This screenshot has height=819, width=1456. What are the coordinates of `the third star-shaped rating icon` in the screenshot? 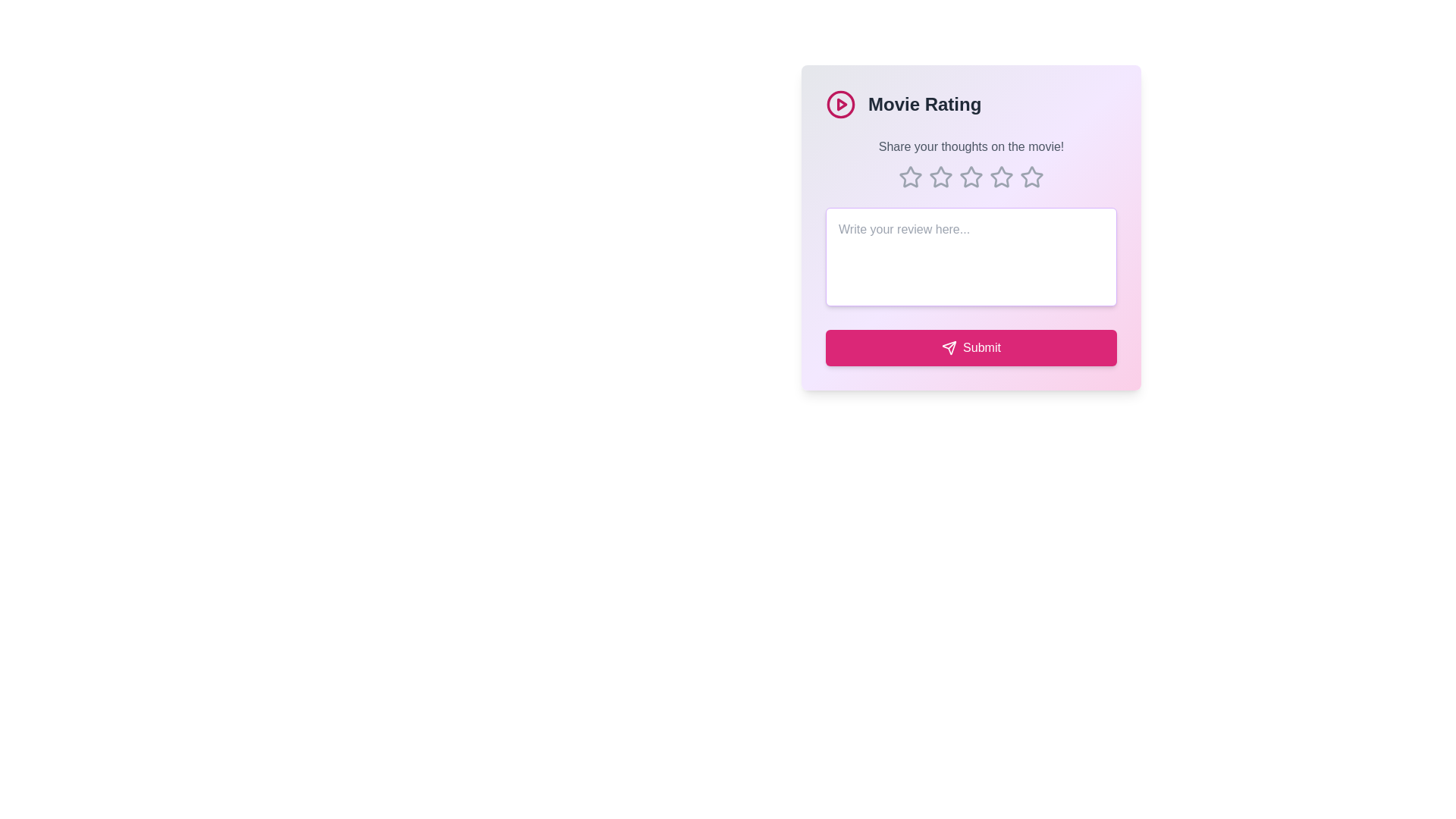 It's located at (940, 177).